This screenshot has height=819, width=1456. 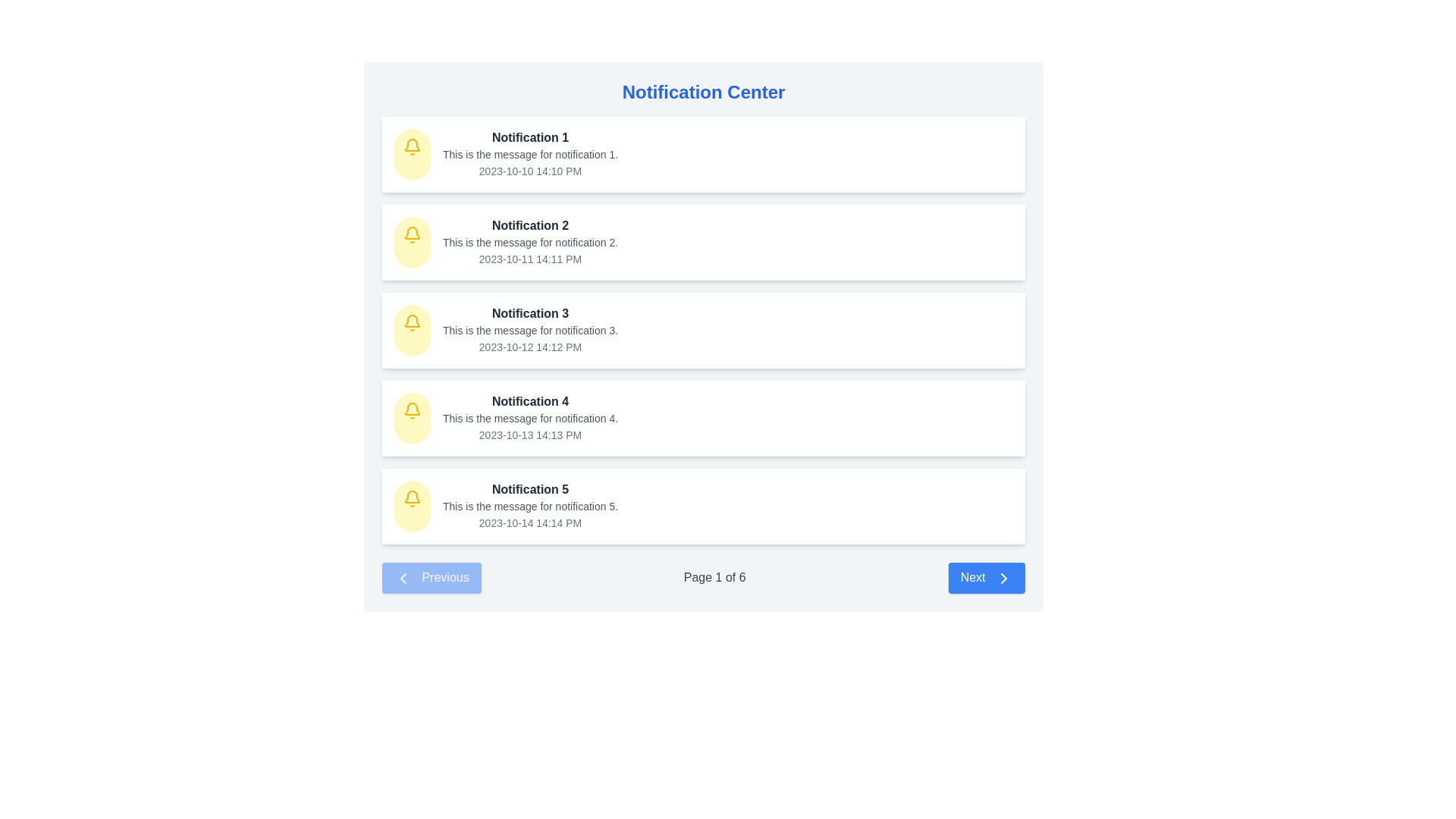 I want to click on the fourth notification entry in the vertical list layout of the notification center interface, which provides information about a specific notification including a title, message, and timestamp, so click(x=530, y=418).